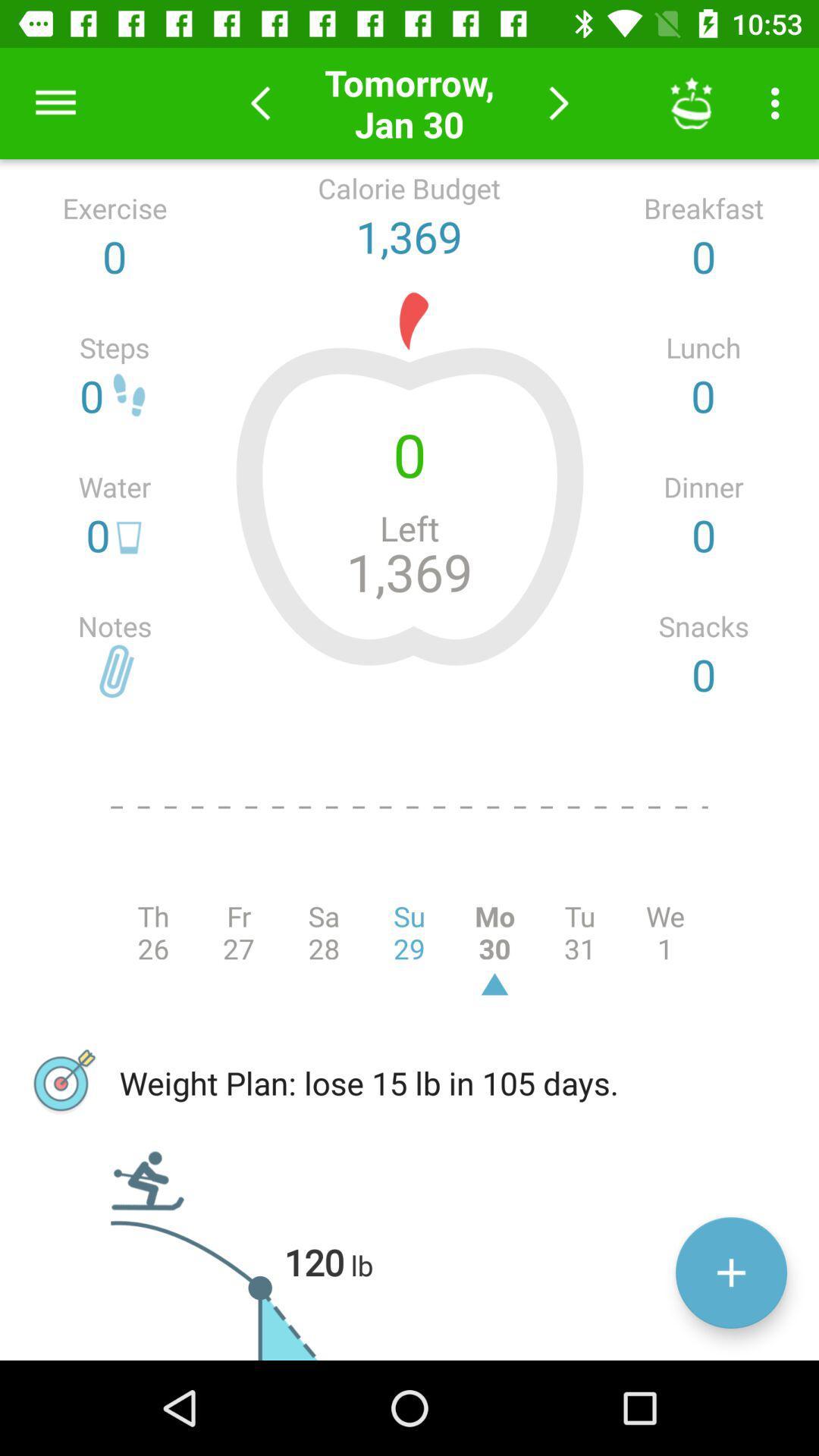 This screenshot has width=819, height=1456. I want to click on move forward one day, so click(559, 102).